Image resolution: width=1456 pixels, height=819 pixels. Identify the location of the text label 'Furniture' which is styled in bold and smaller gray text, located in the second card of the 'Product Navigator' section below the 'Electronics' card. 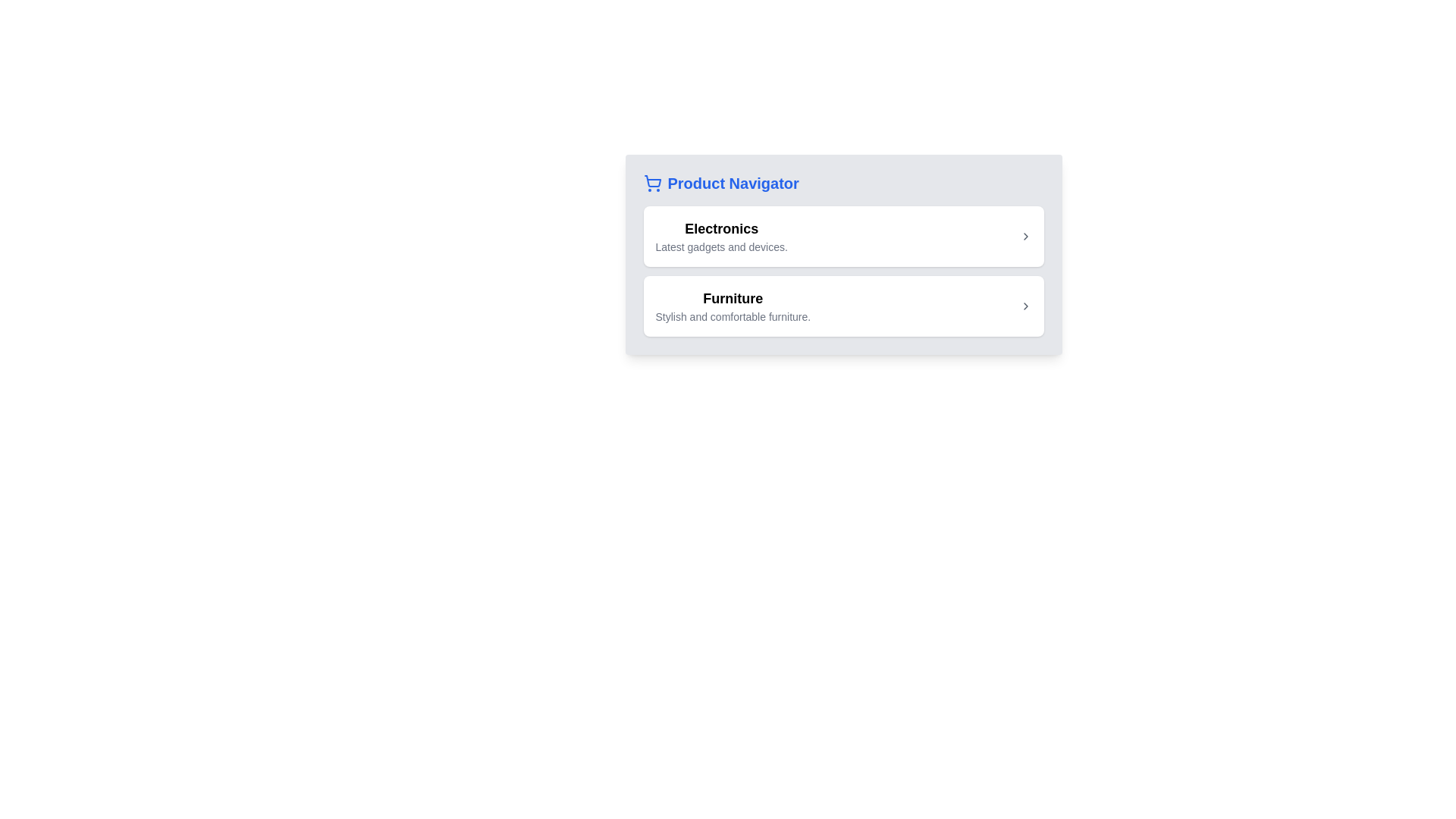
(733, 306).